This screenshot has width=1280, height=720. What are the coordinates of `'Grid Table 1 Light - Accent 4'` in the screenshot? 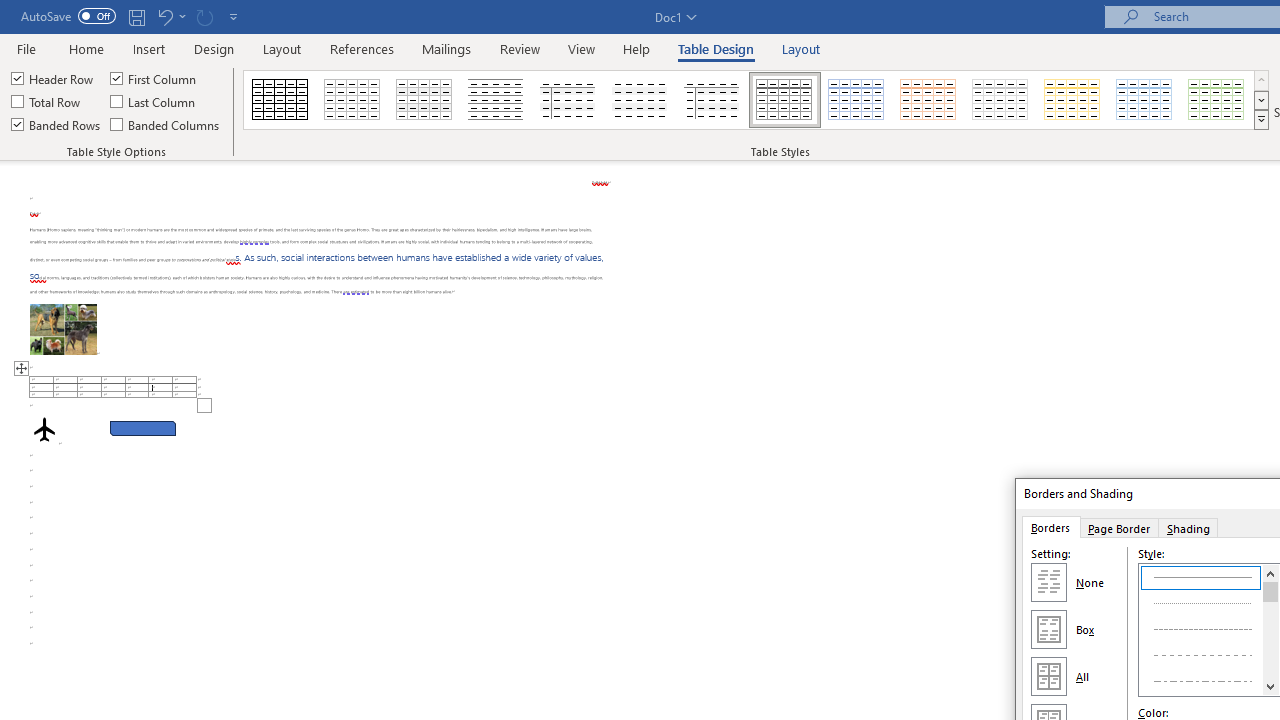 It's located at (1071, 100).